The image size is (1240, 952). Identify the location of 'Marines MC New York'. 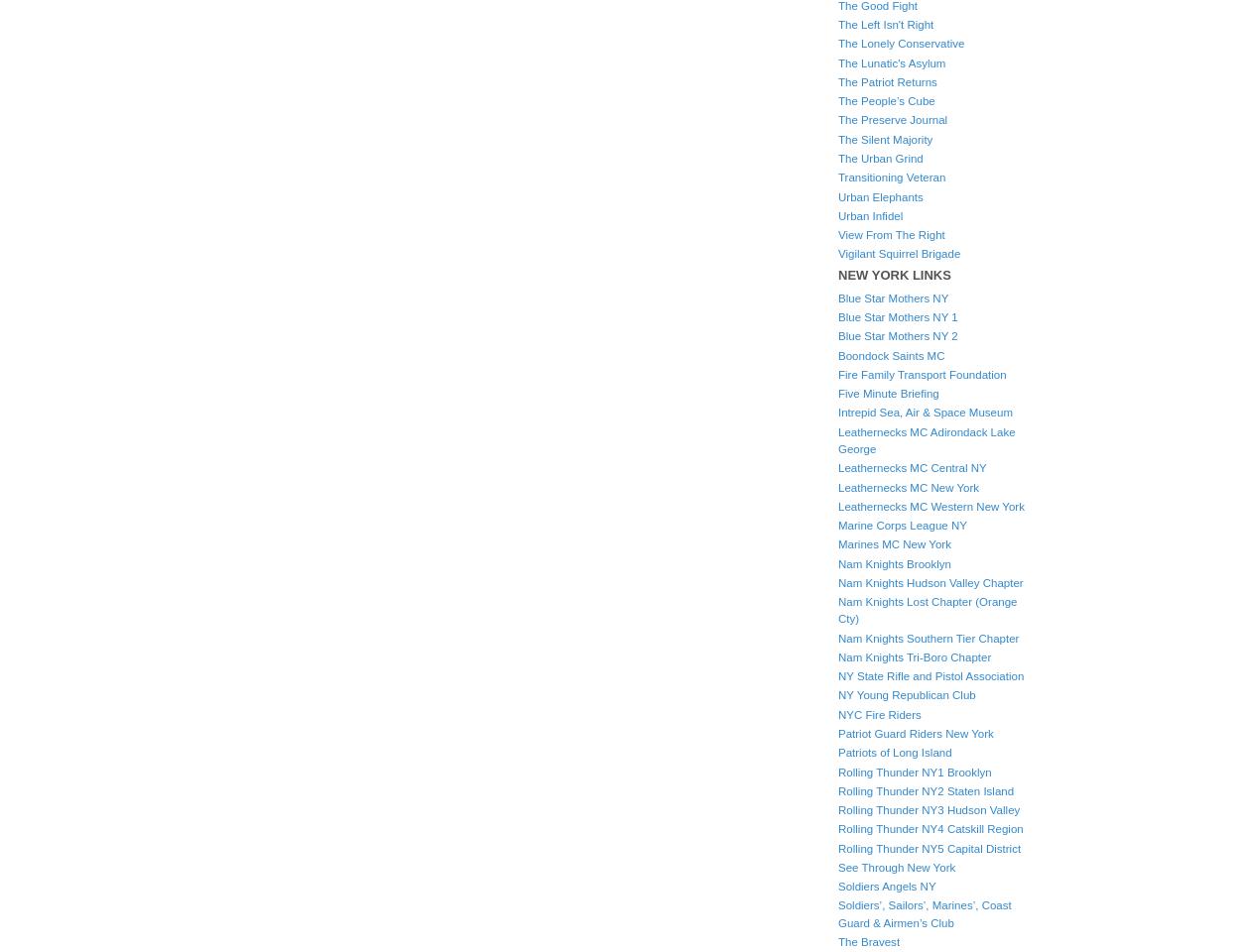
(894, 544).